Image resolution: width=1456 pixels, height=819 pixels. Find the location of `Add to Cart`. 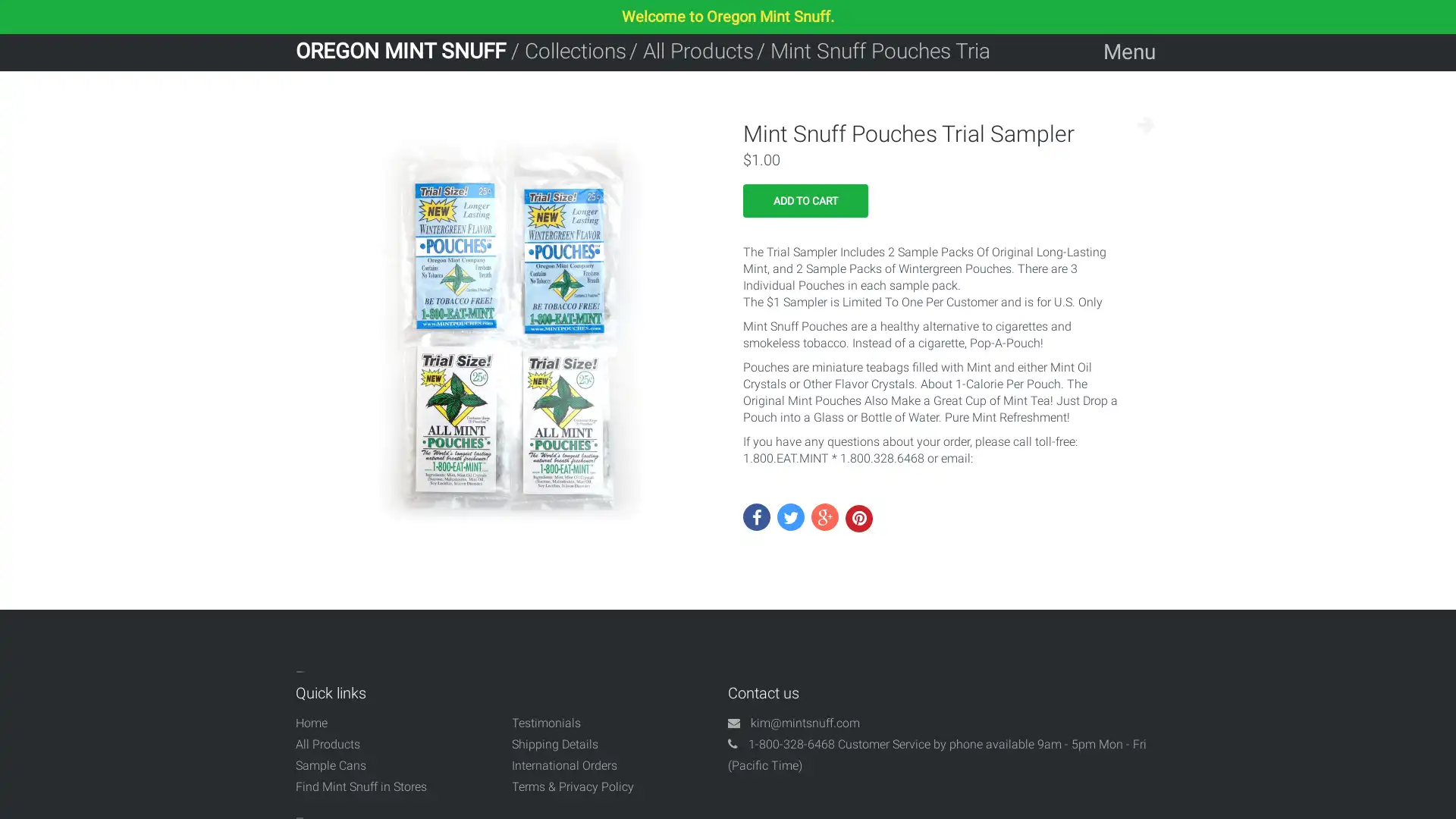

Add to Cart is located at coordinates (805, 200).